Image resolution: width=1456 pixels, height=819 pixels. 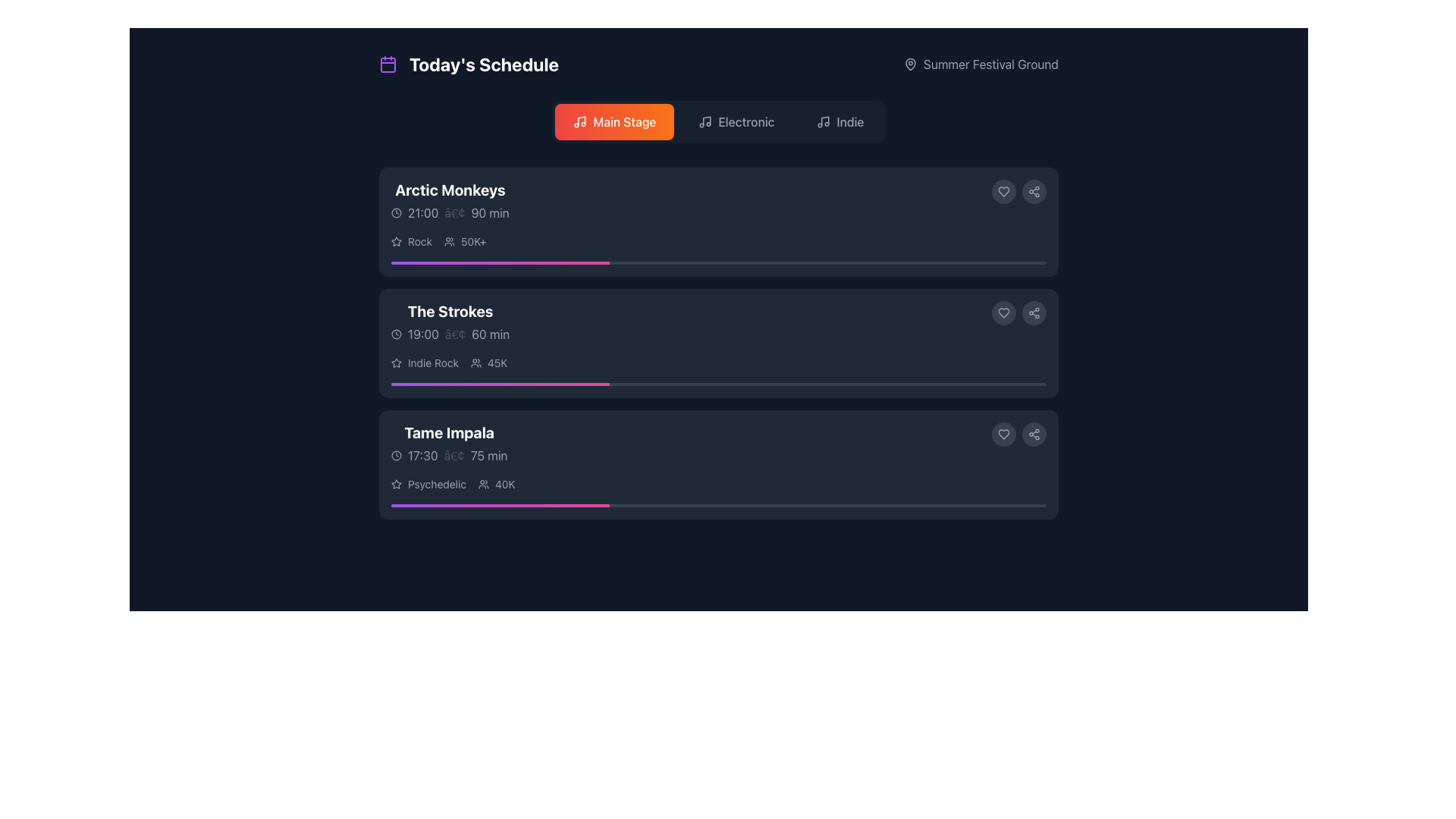 I want to click on the icon representing the genre or rating for the 'Arctic Monkeys' event, located to the left of the 'Rock' text, so click(x=397, y=241).